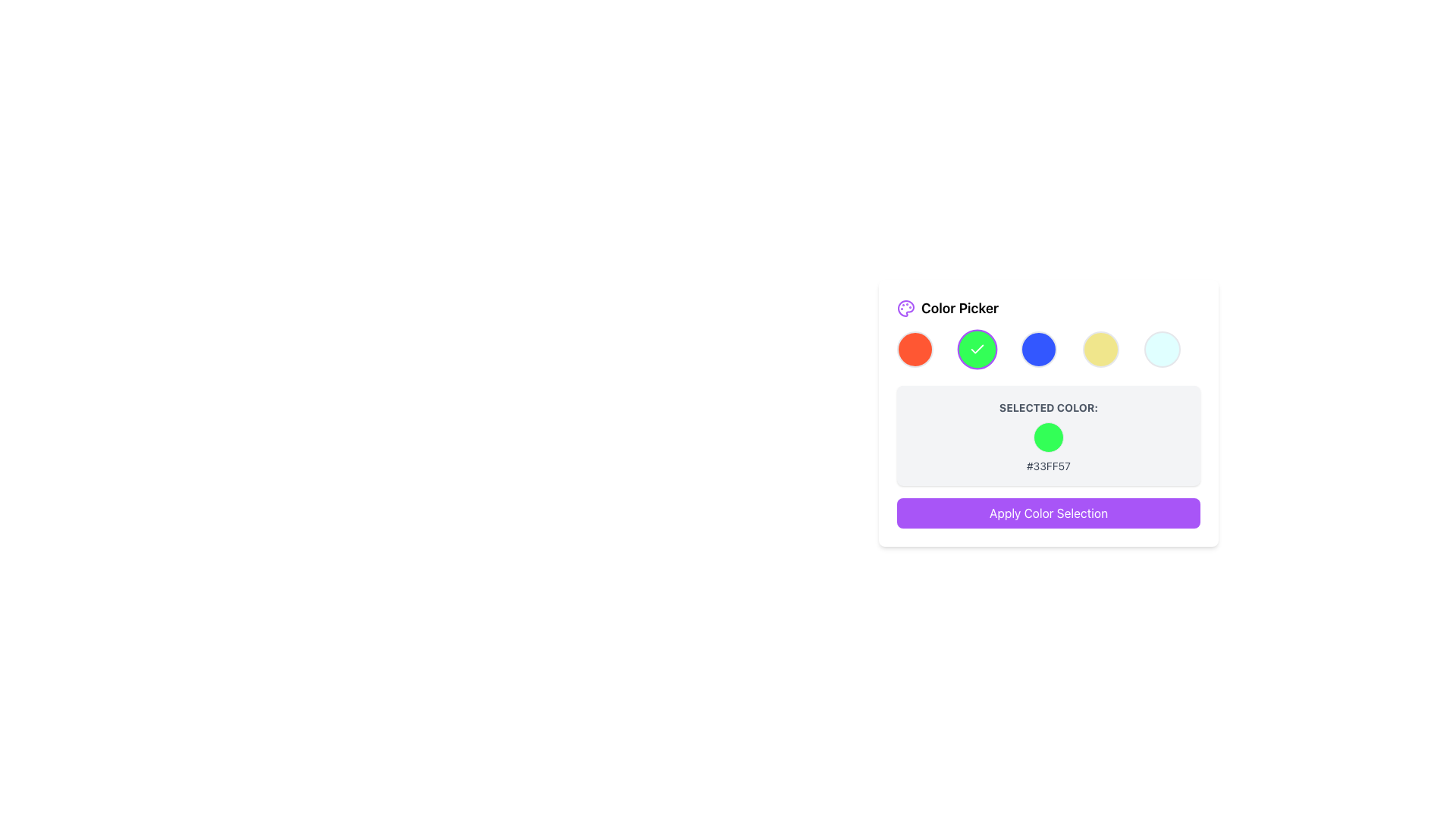 This screenshot has height=819, width=1456. I want to click on the 'Color Picker' text-label with an adjacent purple palette icon, which is located at the top-left corner of the color selection interface, so click(947, 308).